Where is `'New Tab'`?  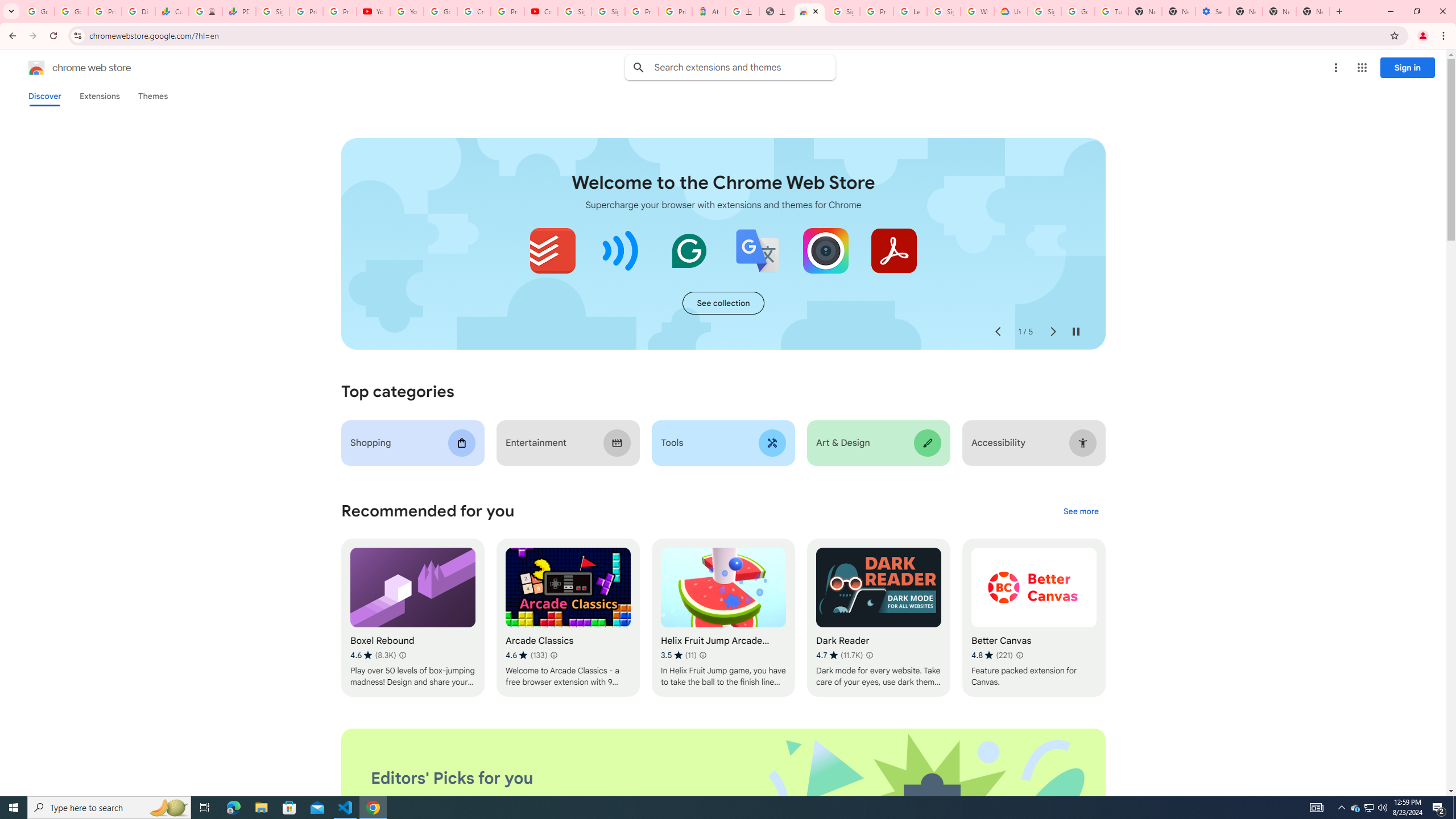
'New Tab' is located at coordinates (1313, 11).